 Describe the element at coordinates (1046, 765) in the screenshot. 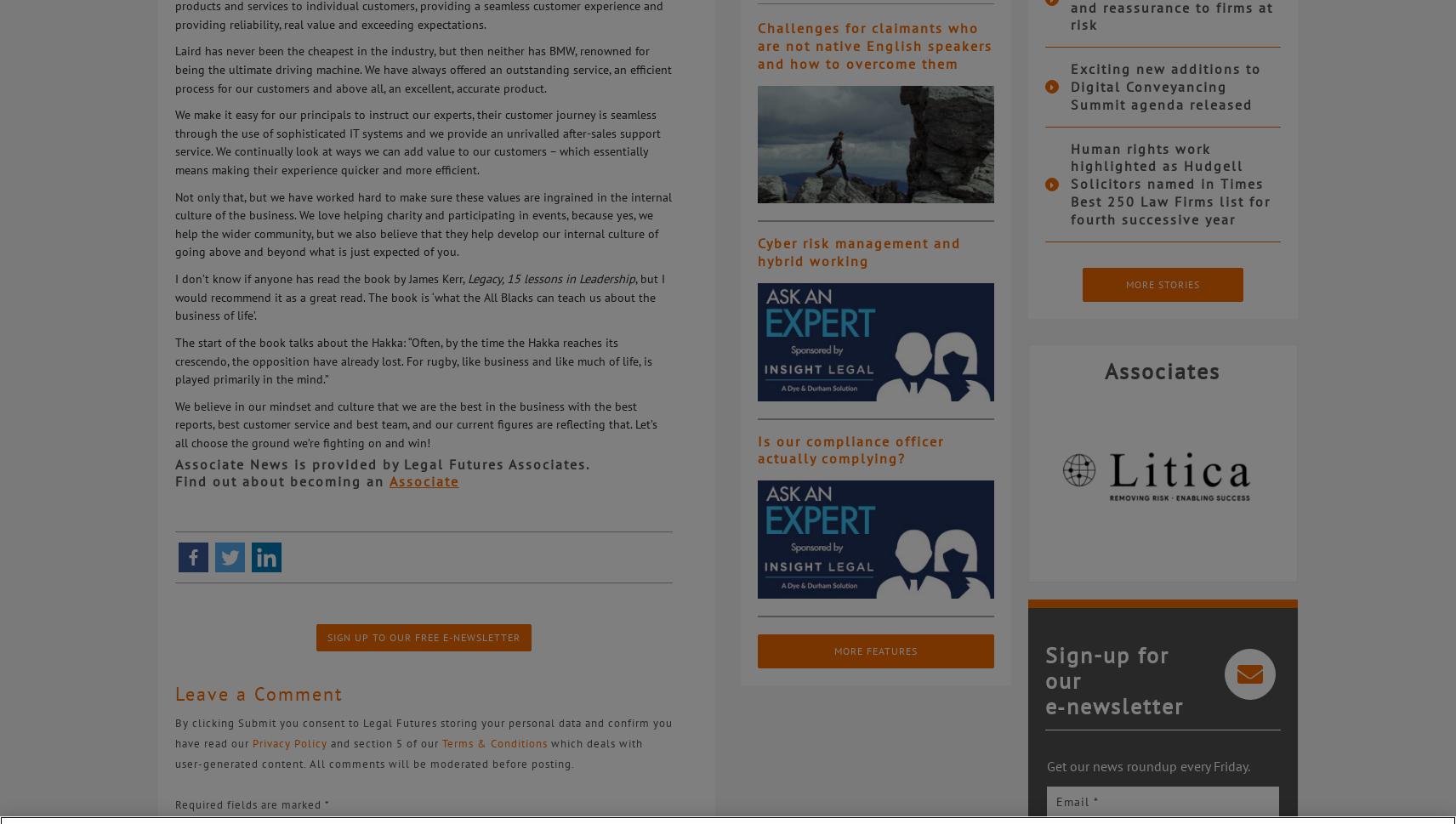

I see `'Get our news roundup every Friday.'` at that location.